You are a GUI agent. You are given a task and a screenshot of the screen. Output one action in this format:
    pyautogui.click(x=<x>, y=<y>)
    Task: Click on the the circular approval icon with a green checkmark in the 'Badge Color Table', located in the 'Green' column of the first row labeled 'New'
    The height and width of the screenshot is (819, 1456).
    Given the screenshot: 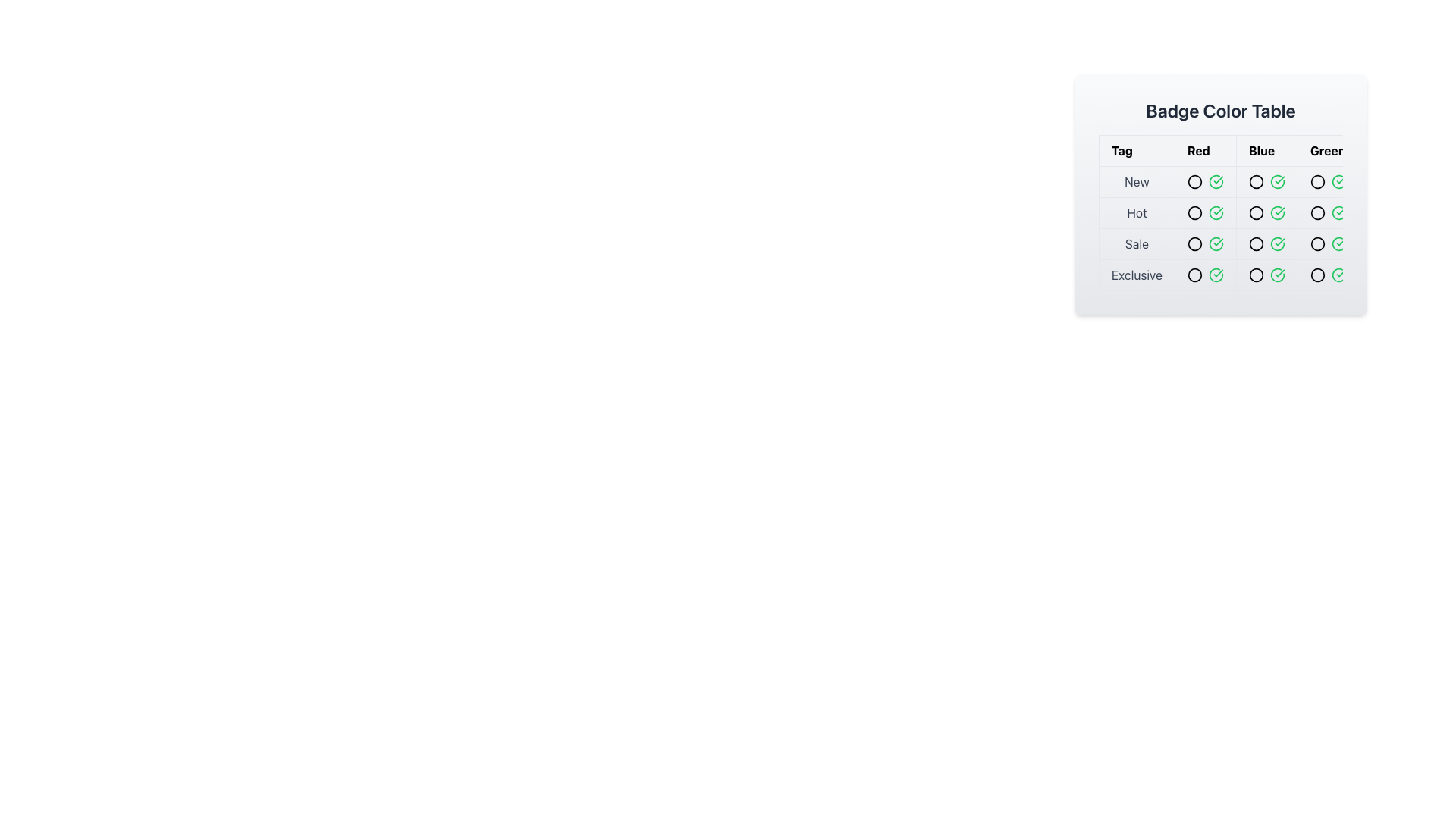 What is the action you would take?
    pyautogui.click(x=1338, y=180)
    